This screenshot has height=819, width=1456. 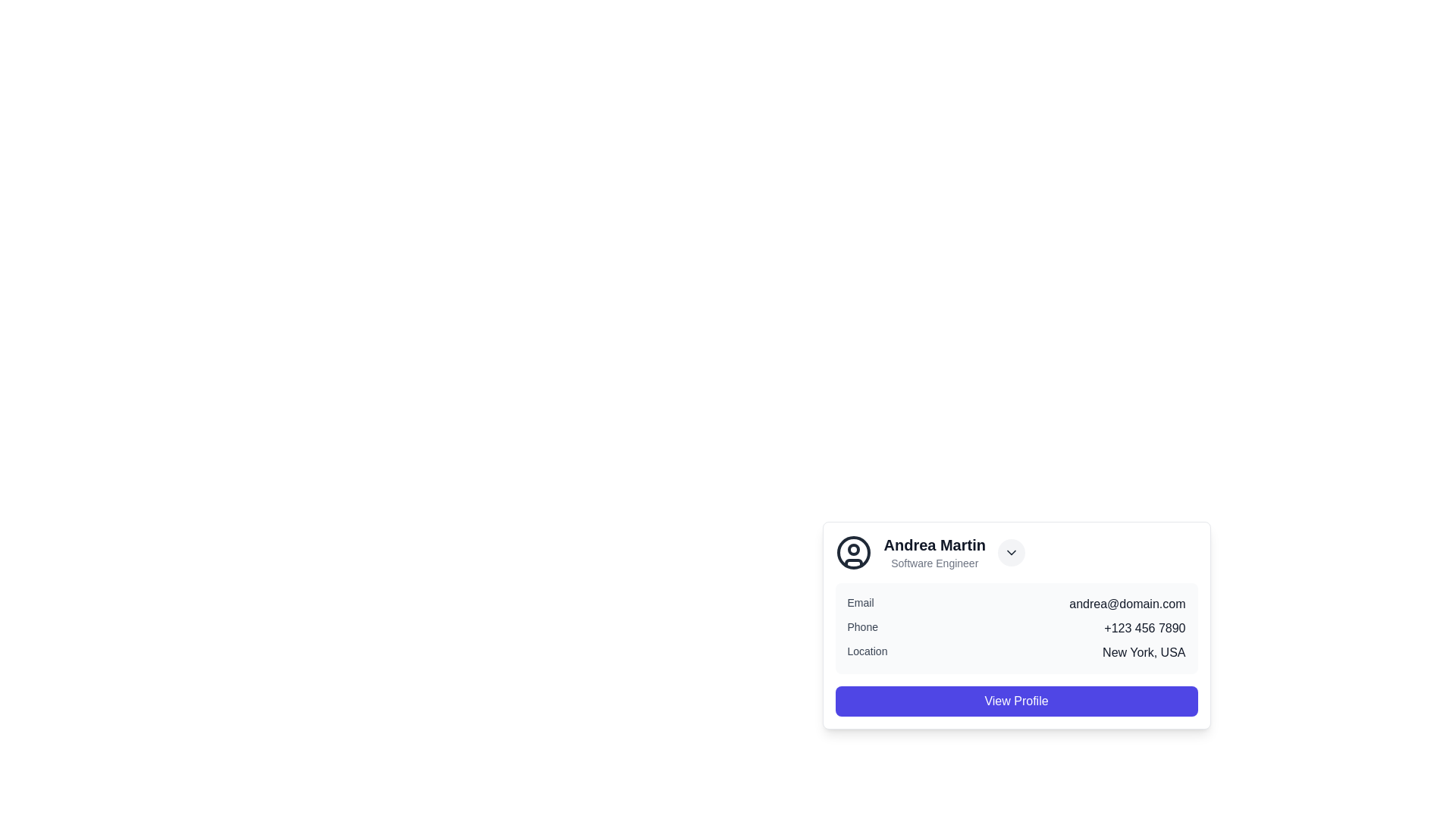 What do you see at coordinates (1144, 629) in the screenshot?
I see `the phone number label displaying 'Phone+123 456 7890', styled in bold black font against a white background, located in the bottom-right section of the contact information card` at bounding box center [1144, 629].